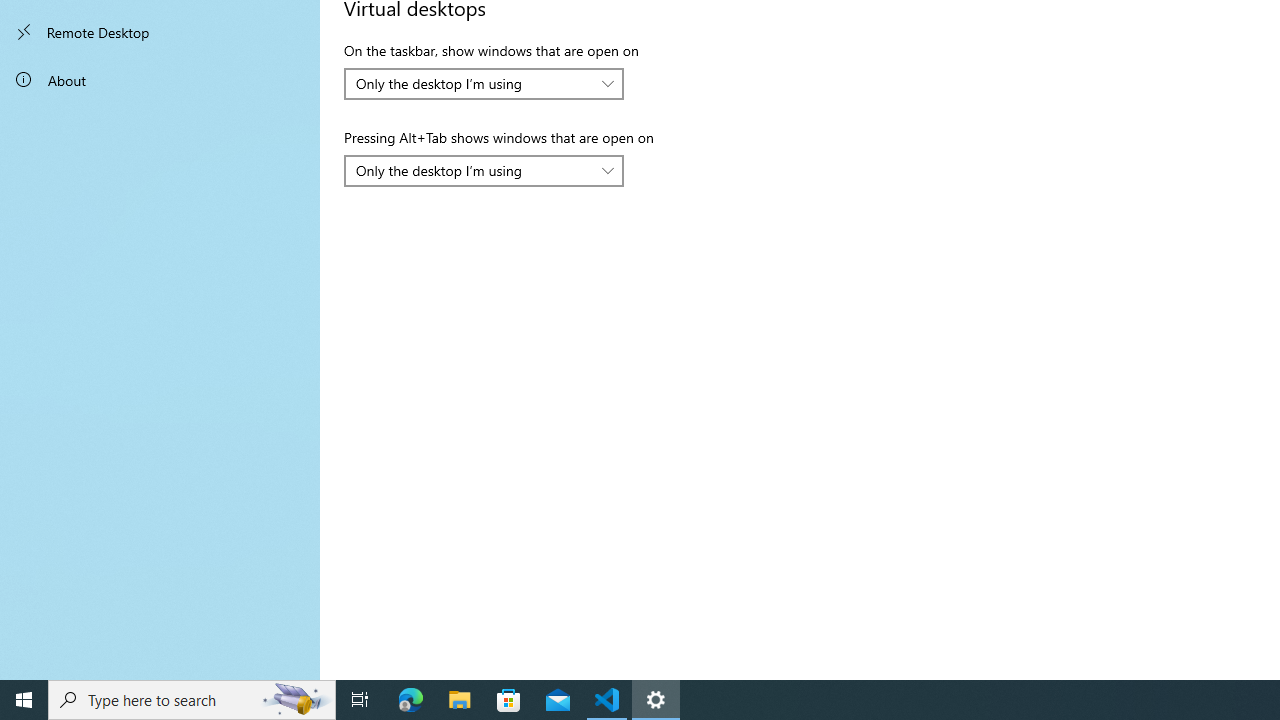  What do you see at coordinates (484, 82) in the screenshot?
I see `'On the taskbar, show windows that are open on'` at bounding box center [484, 82].